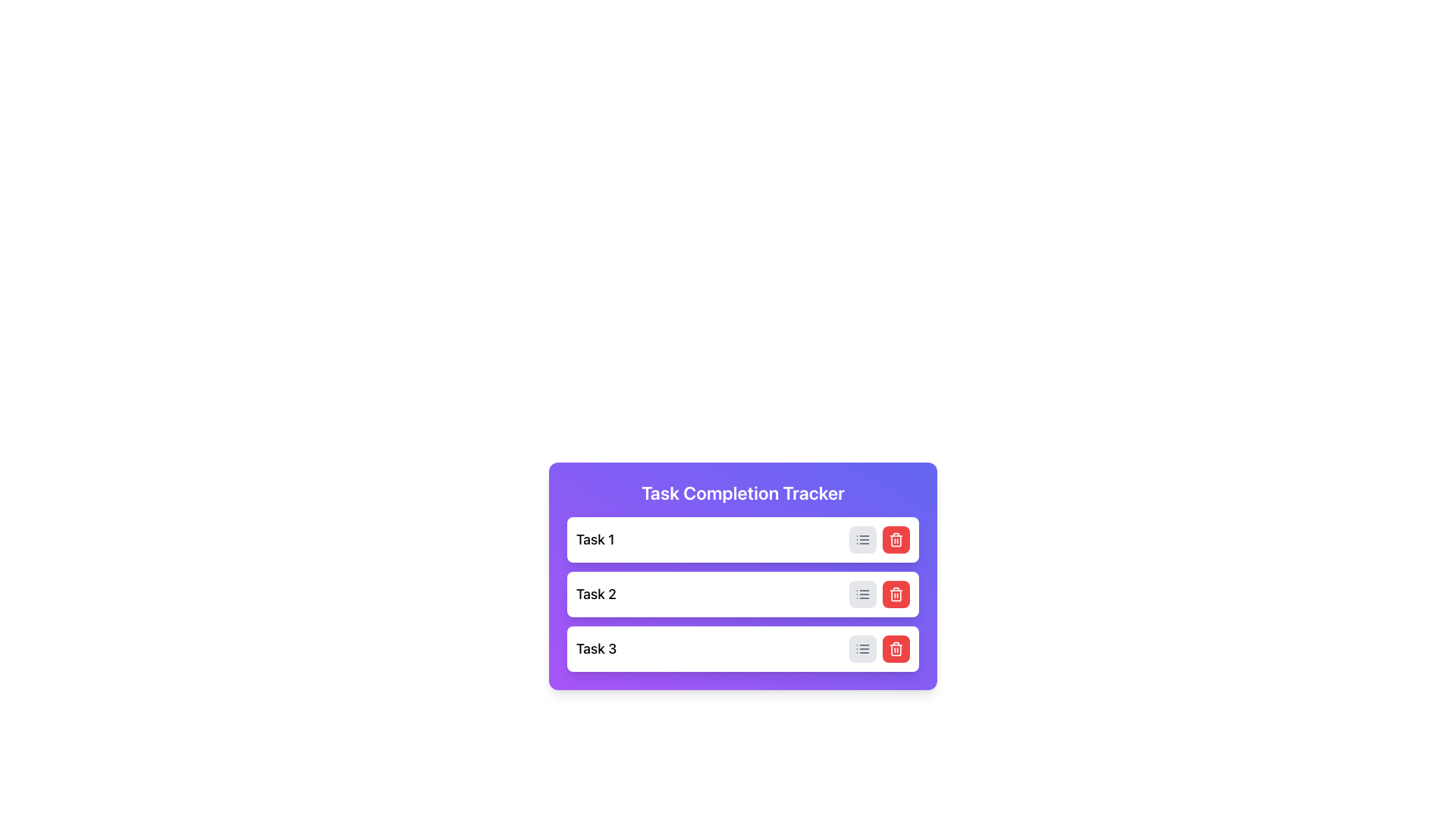 The image size is (1456, 819). What do you see at coordinates (595, 539) in the screenshot?
I see `the 'Task 1' text label, which is styled with a bold medium-sized font and located at the beginning of the first task item in the task list` at bounding box center [595, 539].